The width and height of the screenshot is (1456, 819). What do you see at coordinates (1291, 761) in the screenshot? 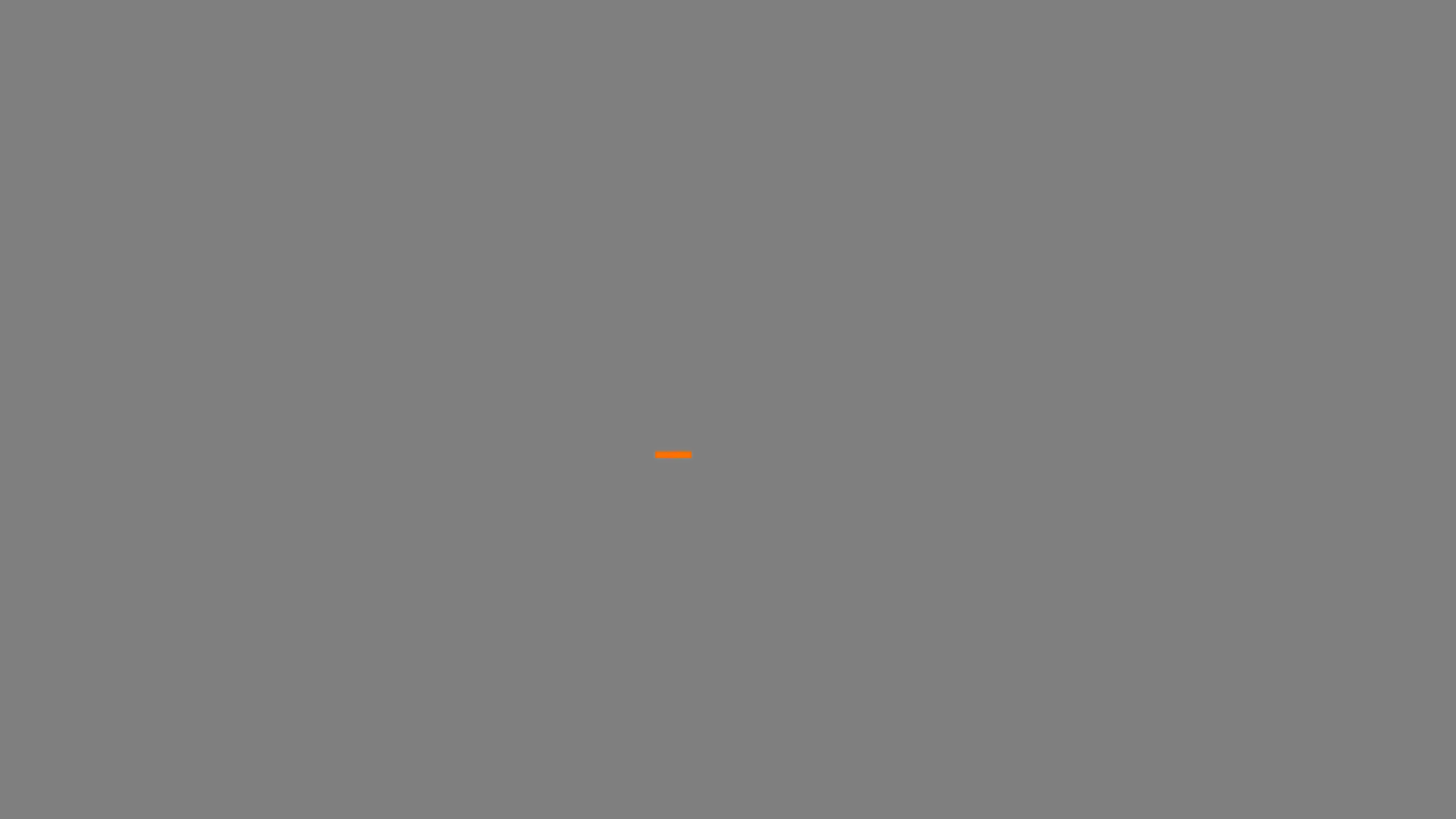
I see `SIGN UP FOR OUR NEWSLETTER` at bounding box center [1291, 761].